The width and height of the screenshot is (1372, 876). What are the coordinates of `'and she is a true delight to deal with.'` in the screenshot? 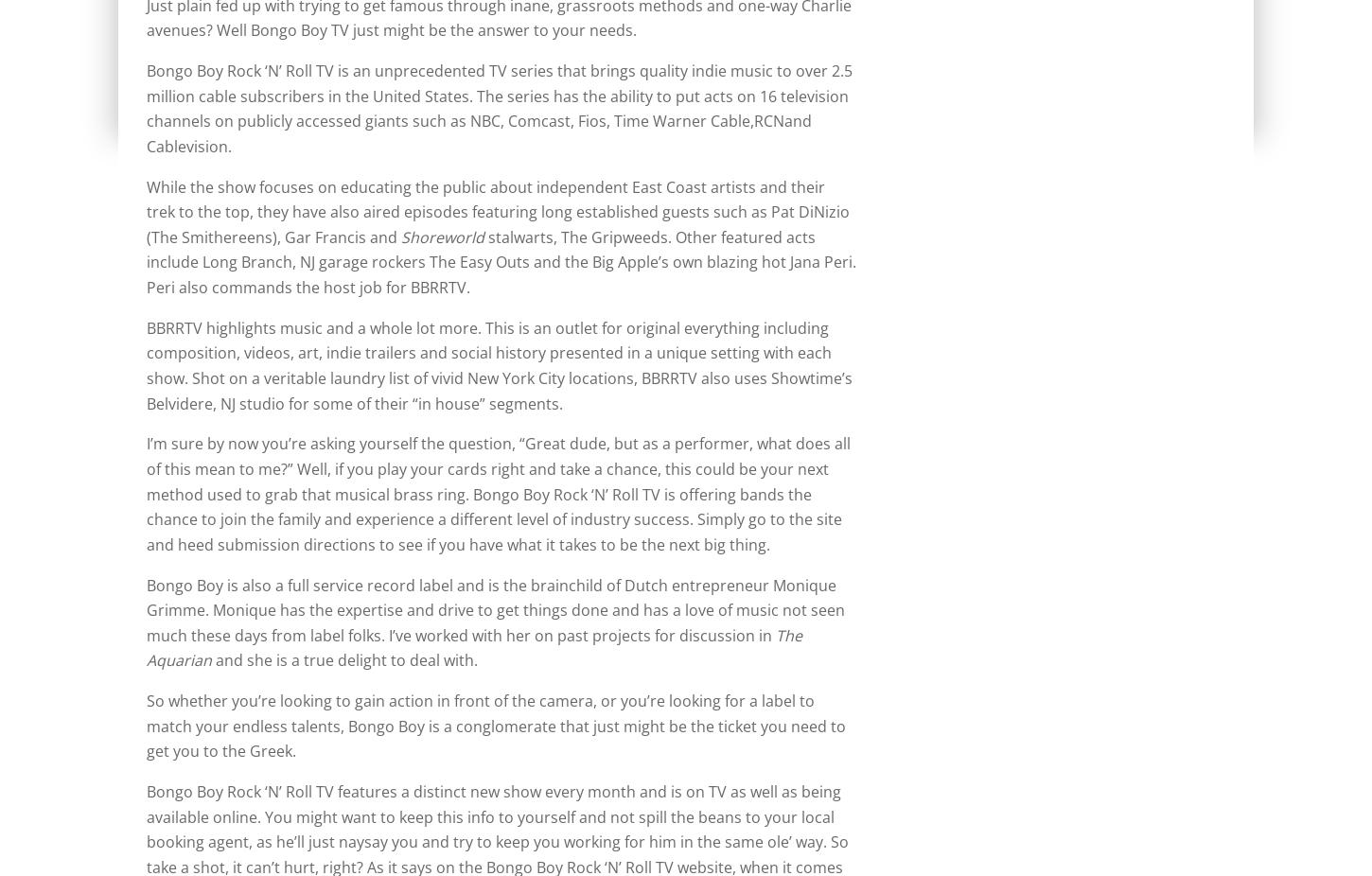 It's located at (343, 660).